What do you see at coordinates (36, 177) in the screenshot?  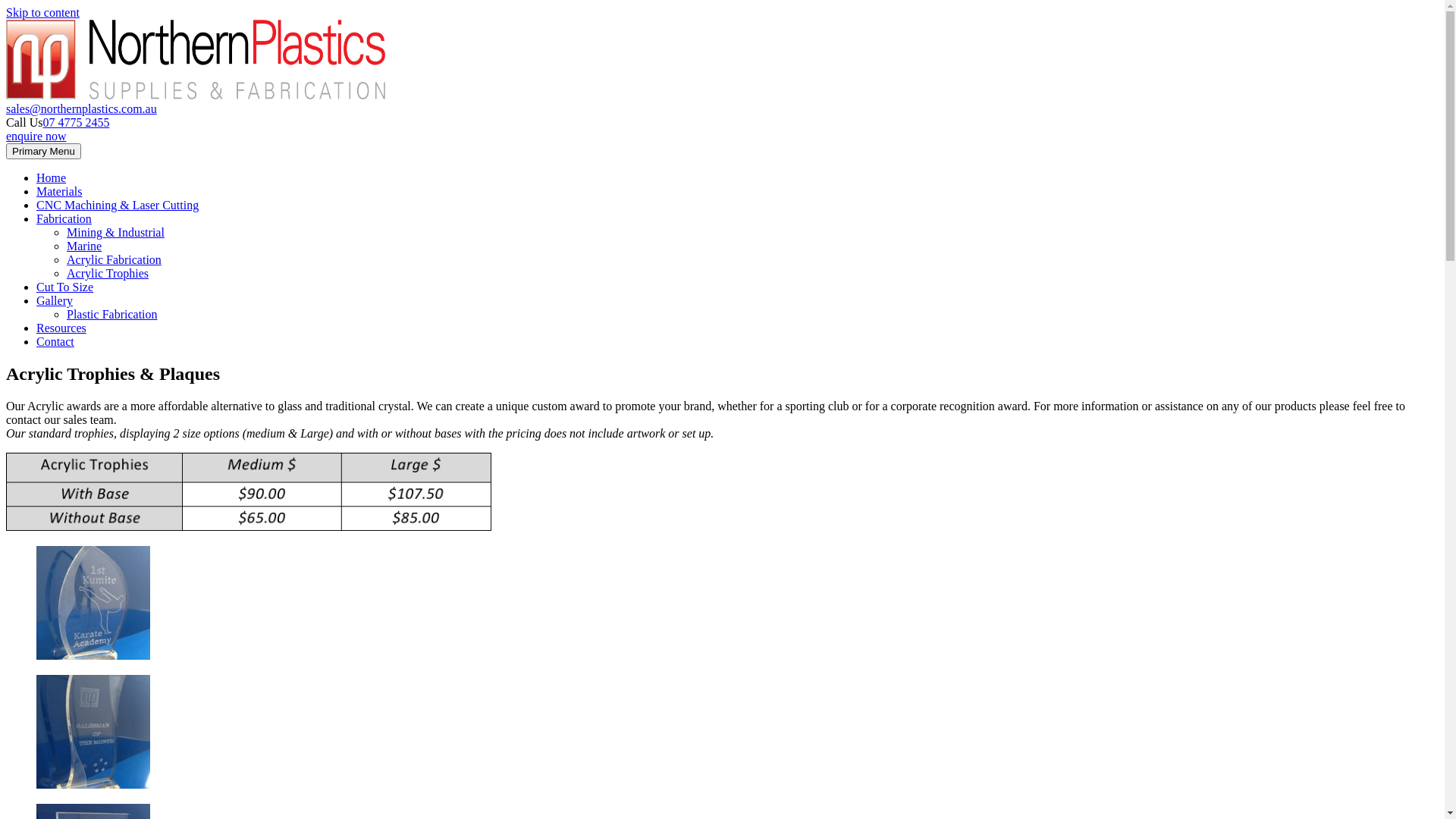 I see `'Home'` at bounding box center [36, 177].